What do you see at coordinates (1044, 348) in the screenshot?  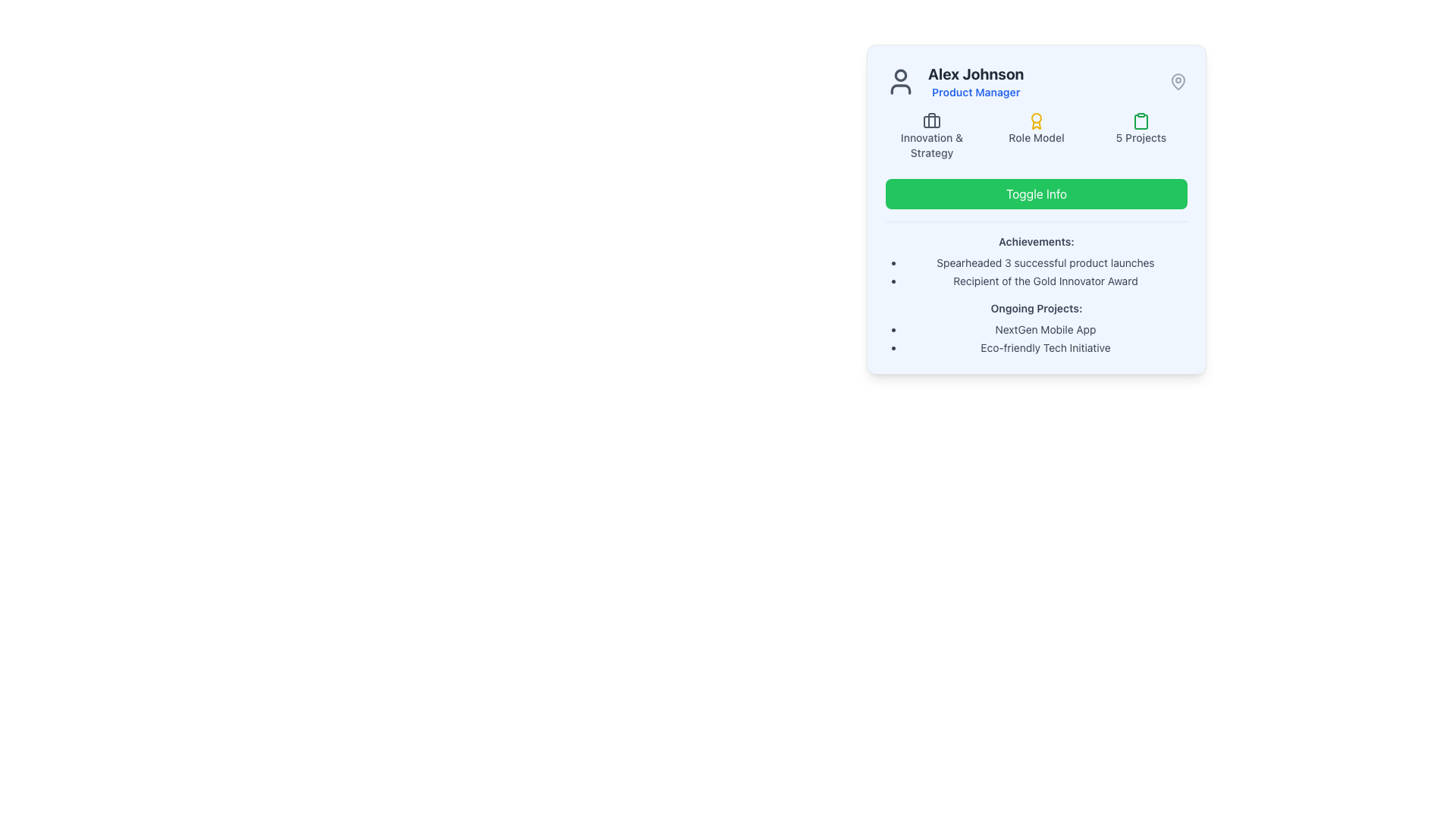 I see `the second item in the bullet-point list titled 'Ongoing Projects' within the blue-tinted information card` at bounding box center [1044, 348].